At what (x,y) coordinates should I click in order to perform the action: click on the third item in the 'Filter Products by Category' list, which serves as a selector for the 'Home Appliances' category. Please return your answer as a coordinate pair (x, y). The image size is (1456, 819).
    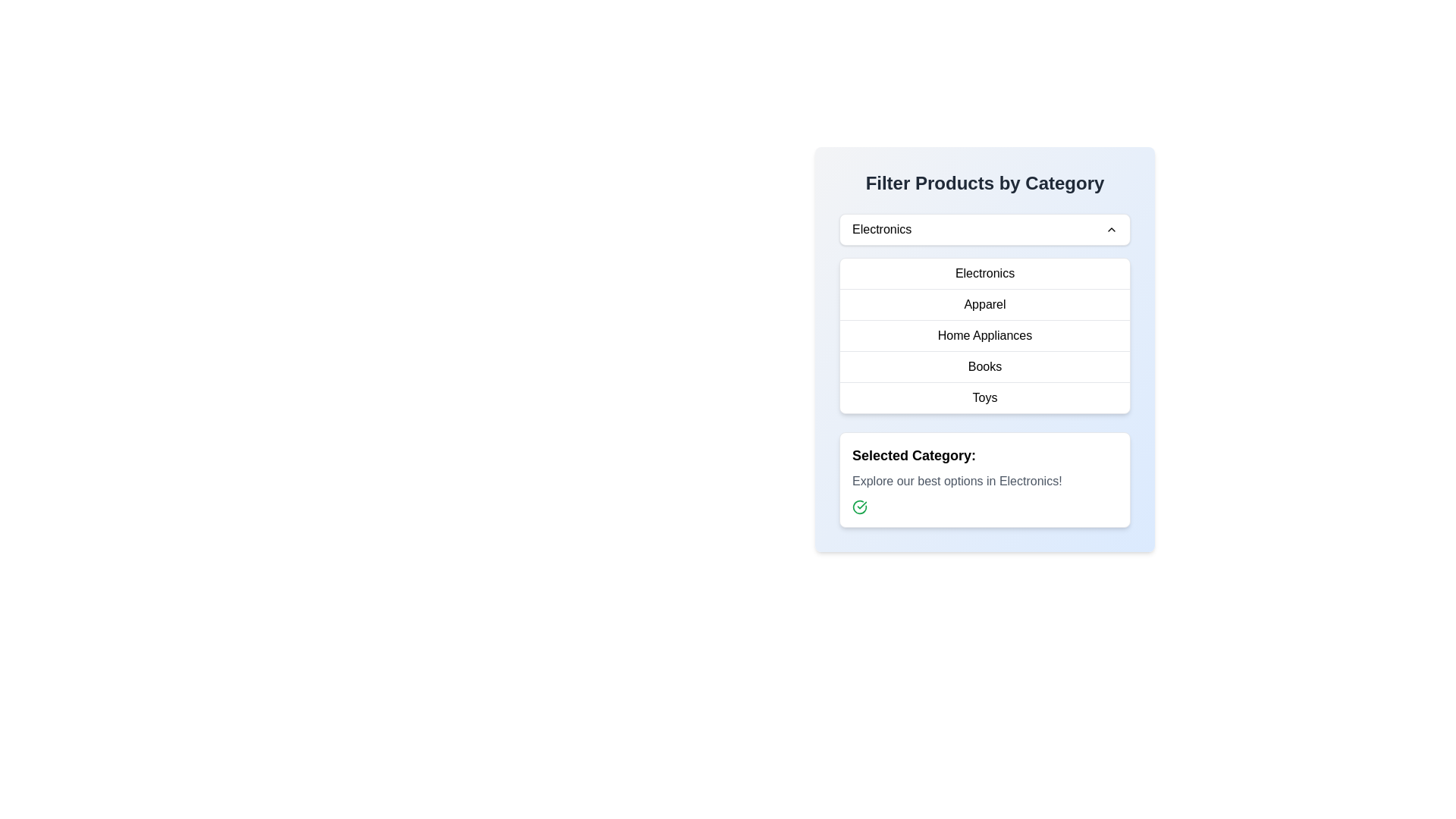
    Looking at the image, I should click on (985, 334).